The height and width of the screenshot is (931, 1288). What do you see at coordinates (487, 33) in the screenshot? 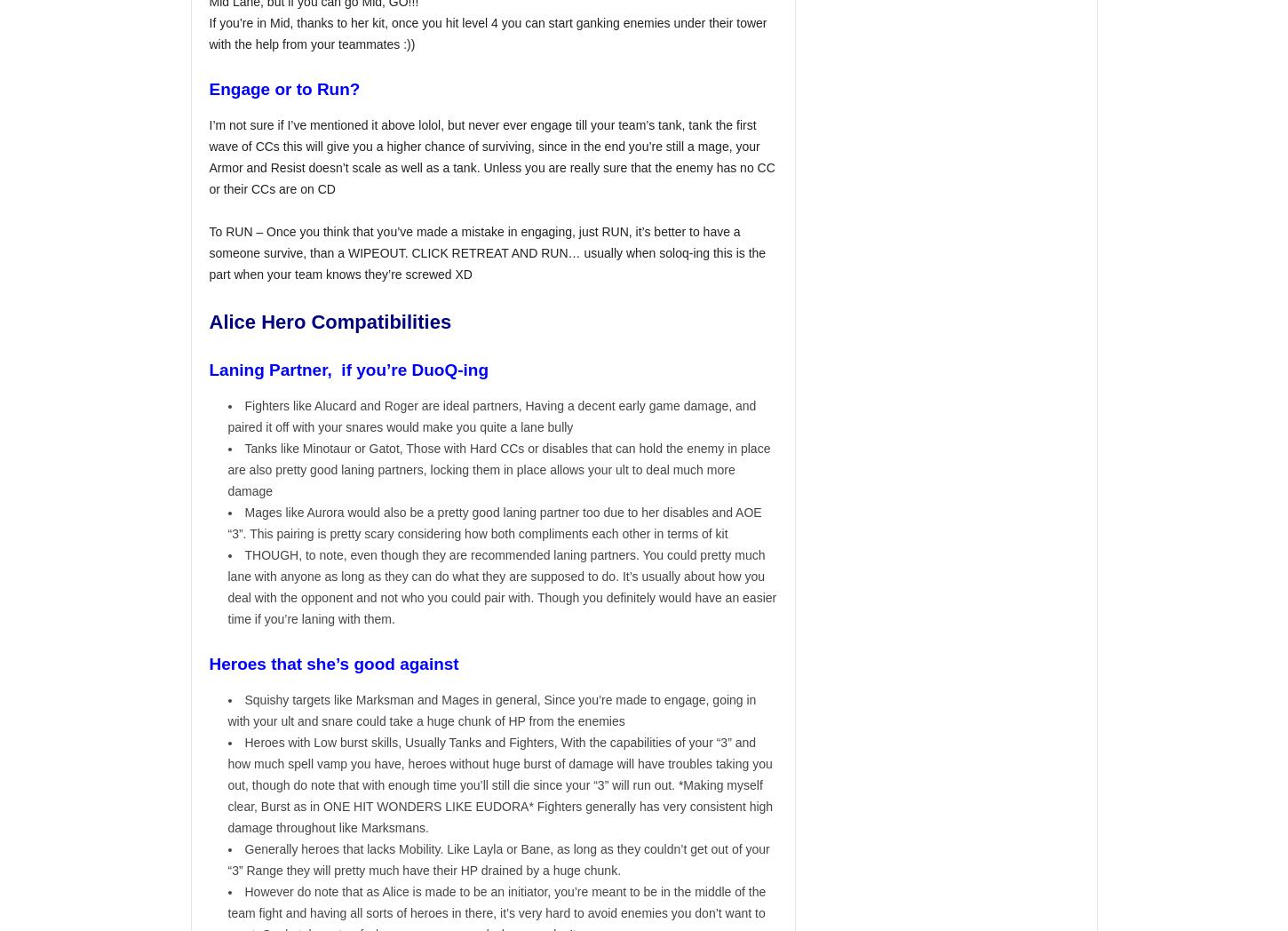
I see `'If you’re in Mid, thanks to her kit, once you hit level 4 you can start ganking enemies under their tower with the help from your teammates :))'` at bounding box center [487, 33].